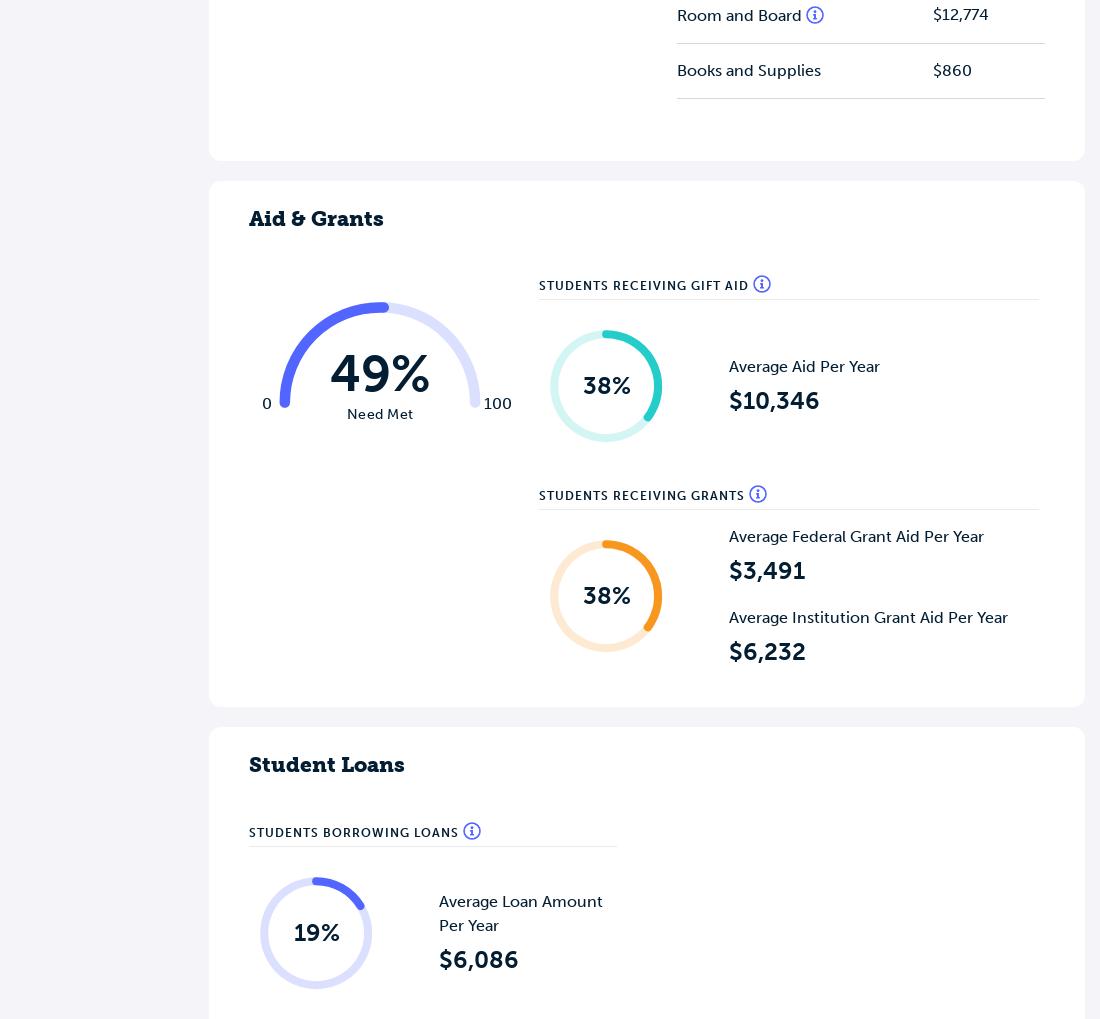  I want to click on '+ amount for off-campus (not with family) room, board and other expenses * # of students living off-campus not with family)', so click(820, 456).